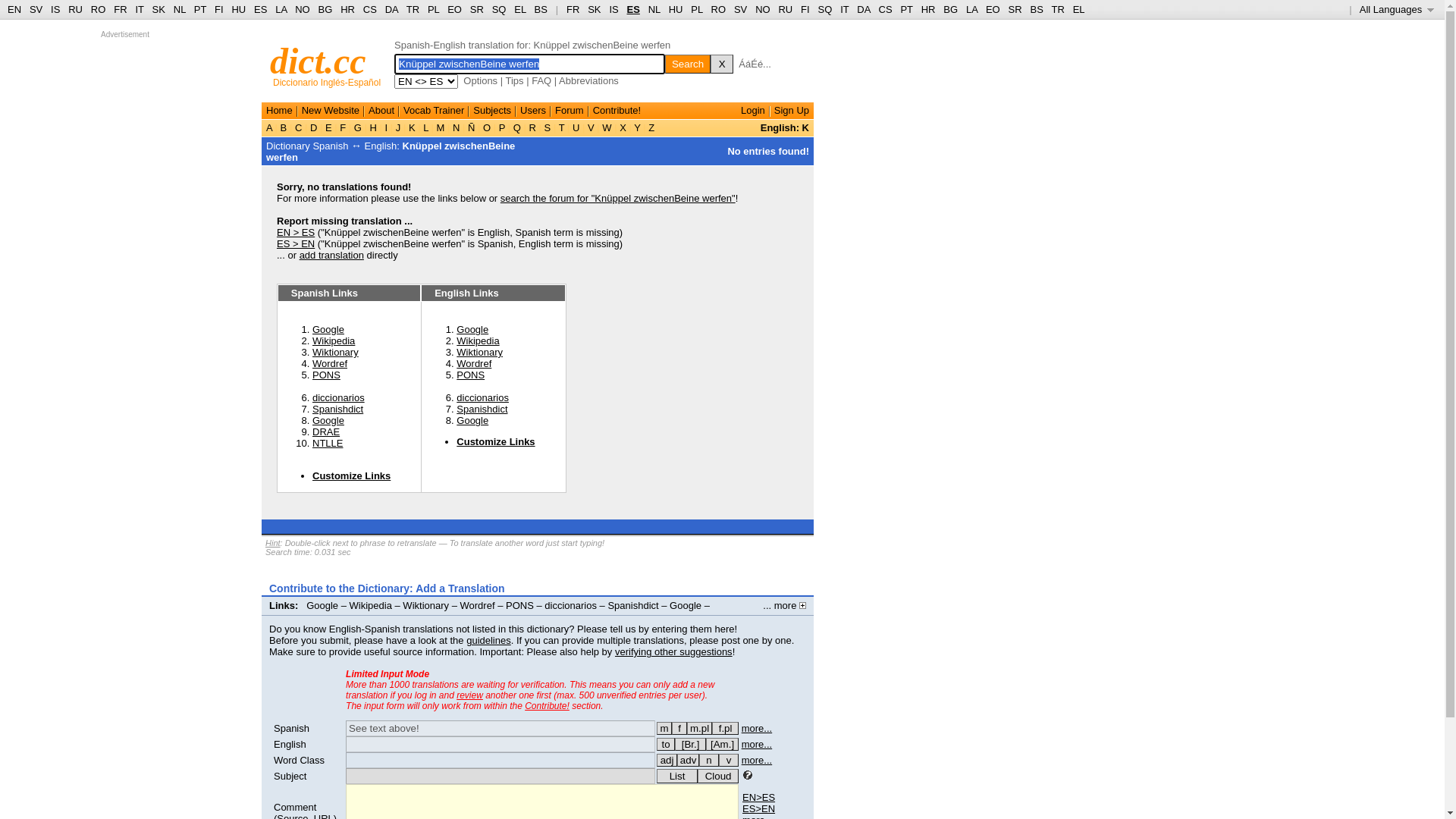 The height and width of the screenshot is (819, 1456). I want to click on 'E', so click(322, 127).